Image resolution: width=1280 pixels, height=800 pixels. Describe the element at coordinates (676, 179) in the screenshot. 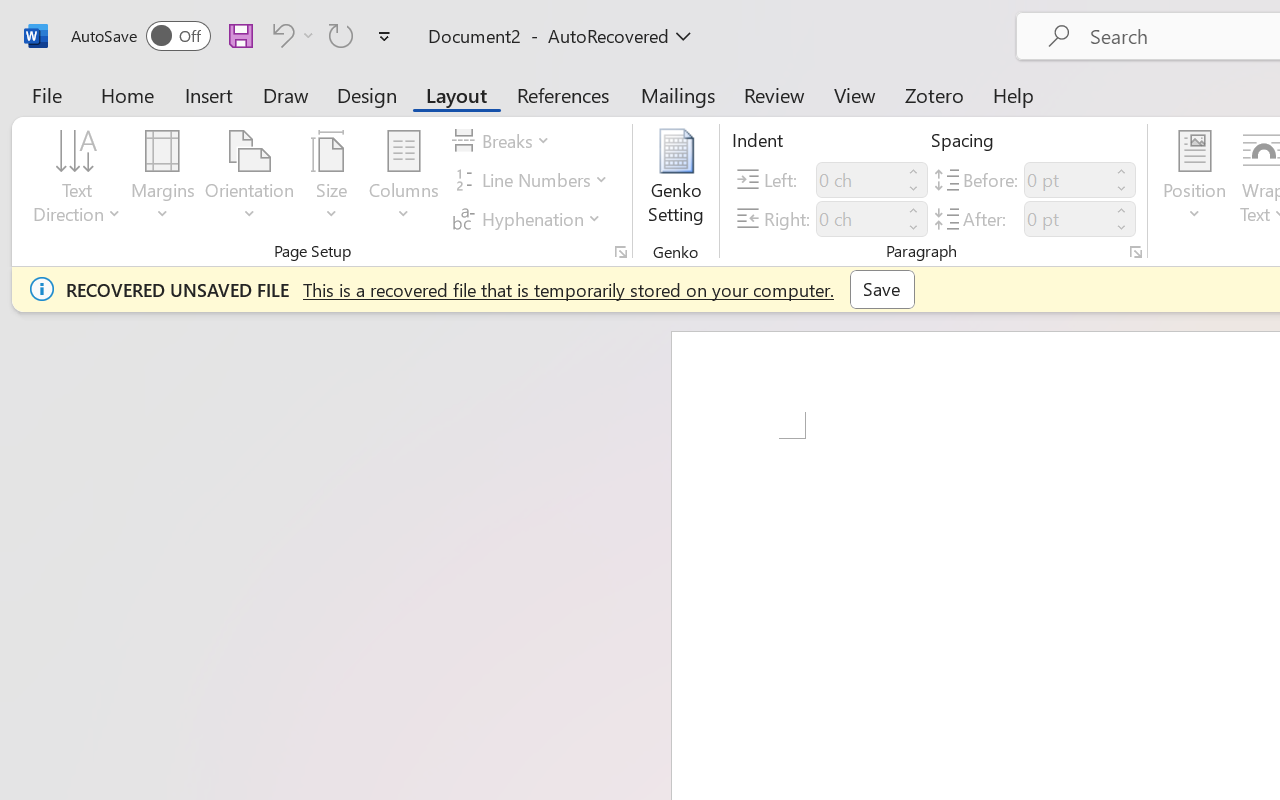

I see `'Genko Setting...'` at that location.